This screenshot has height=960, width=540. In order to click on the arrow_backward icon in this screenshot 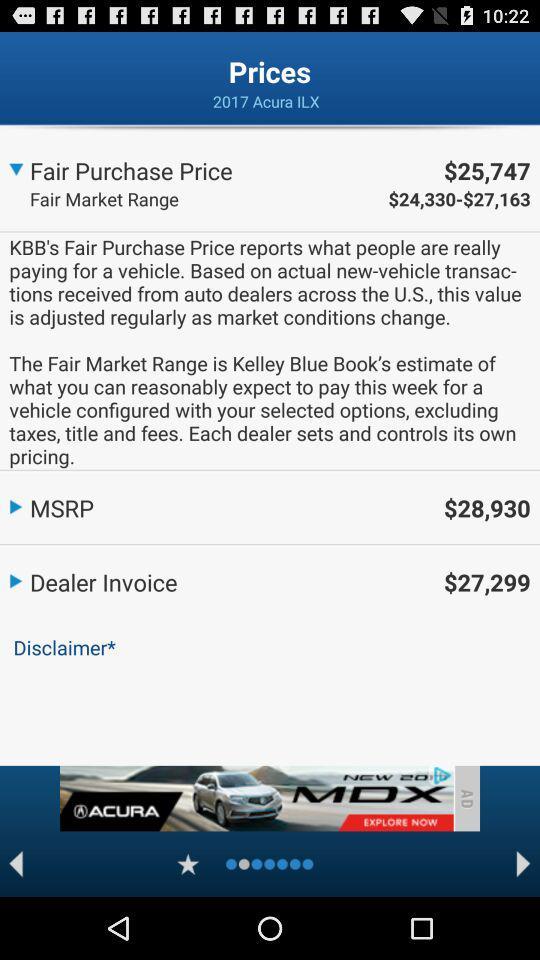, I will do `click(15, 924)`.